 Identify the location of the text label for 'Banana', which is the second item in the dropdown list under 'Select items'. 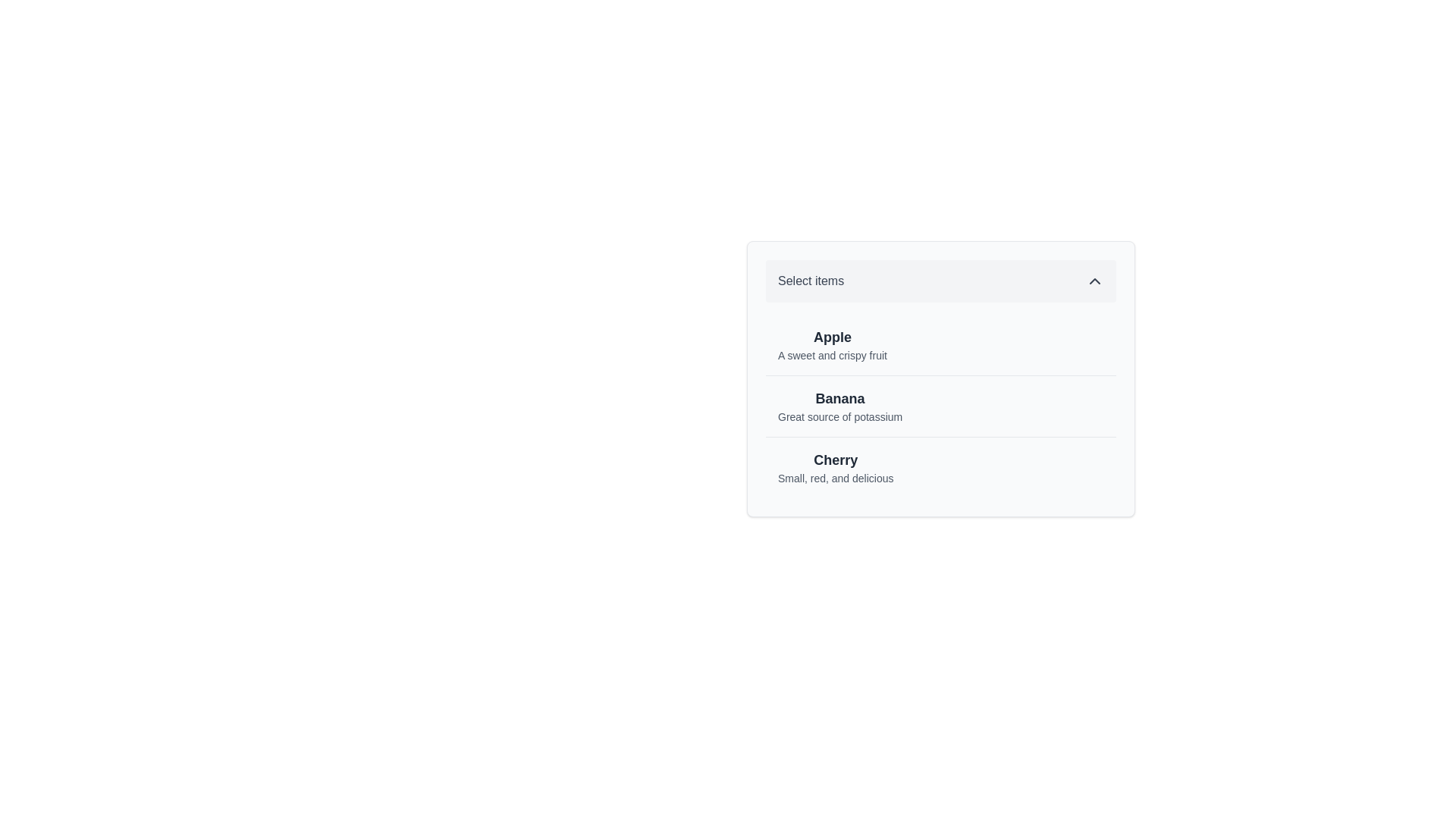
(839, 397).